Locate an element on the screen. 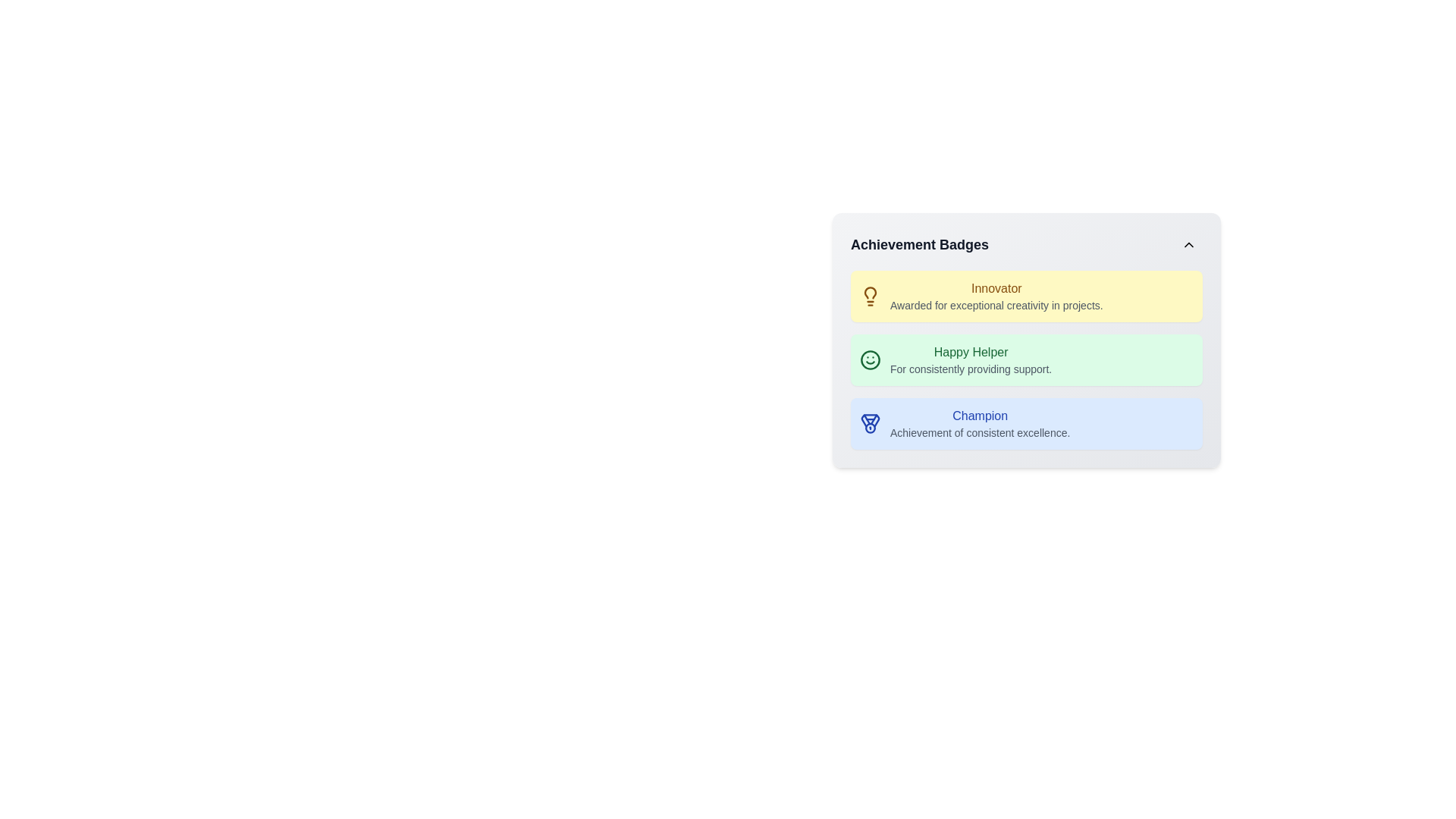  the 'Champion' informational badge, which is the third badge in a vertically stacked list, located directly below the 'Happy Helper' badge is located at coordinates (1026, 424).